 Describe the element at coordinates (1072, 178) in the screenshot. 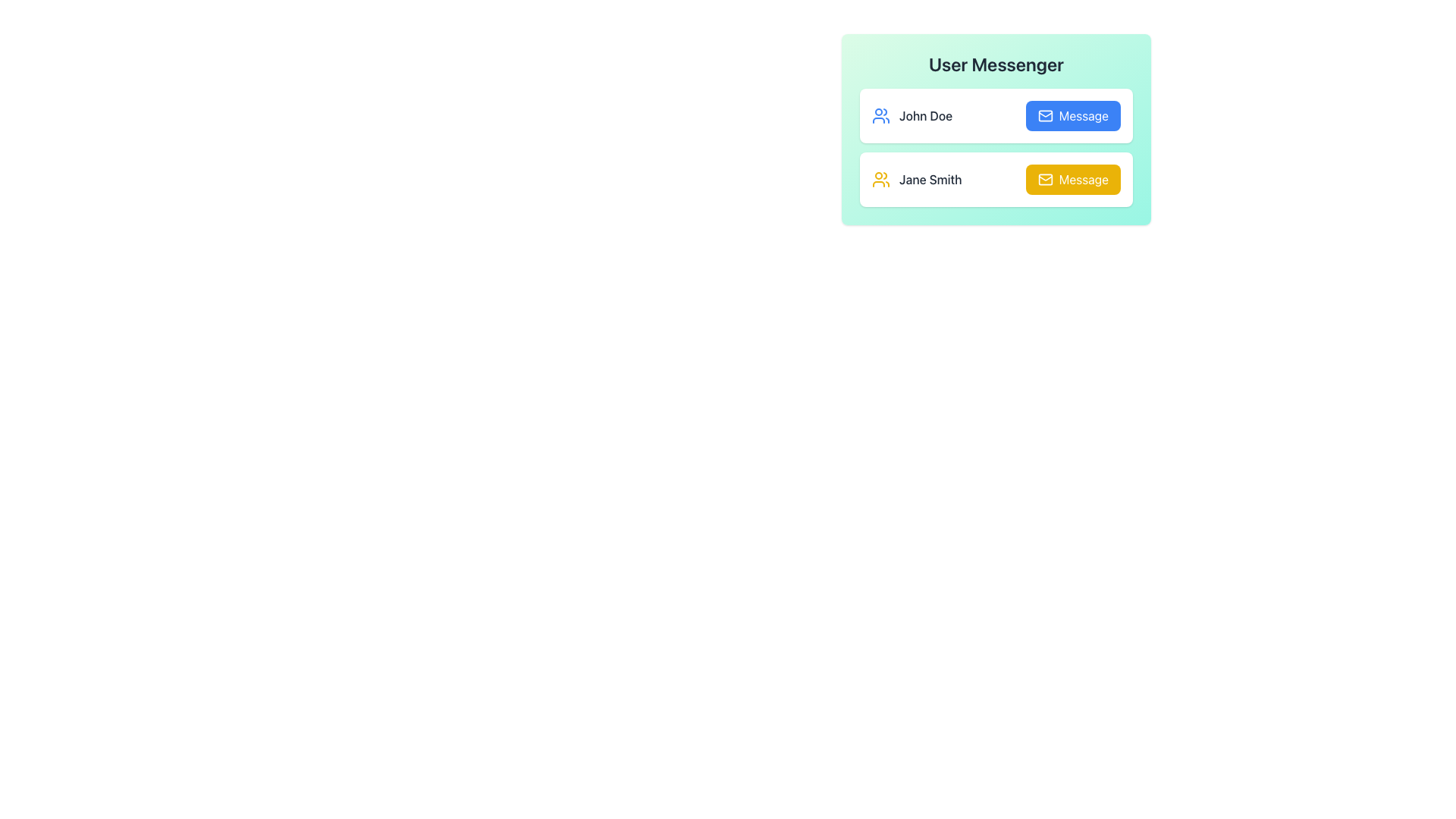

I see `the 'Message' button with a yellow background and an envelope icon, located in the second row of the user card section for 'Jane Smith'` at that location.